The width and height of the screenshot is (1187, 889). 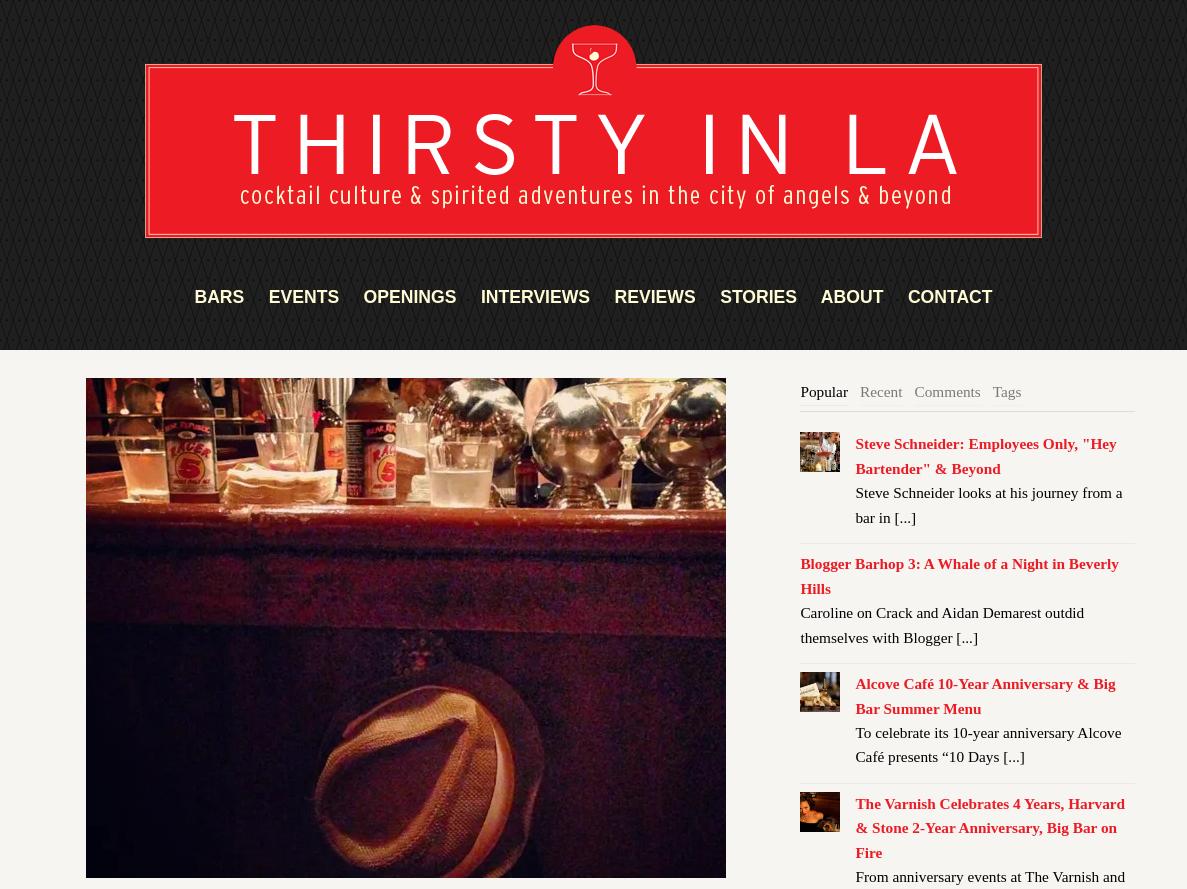 I want to click on 'INTERVIEWS', so click(x=534, y=296).